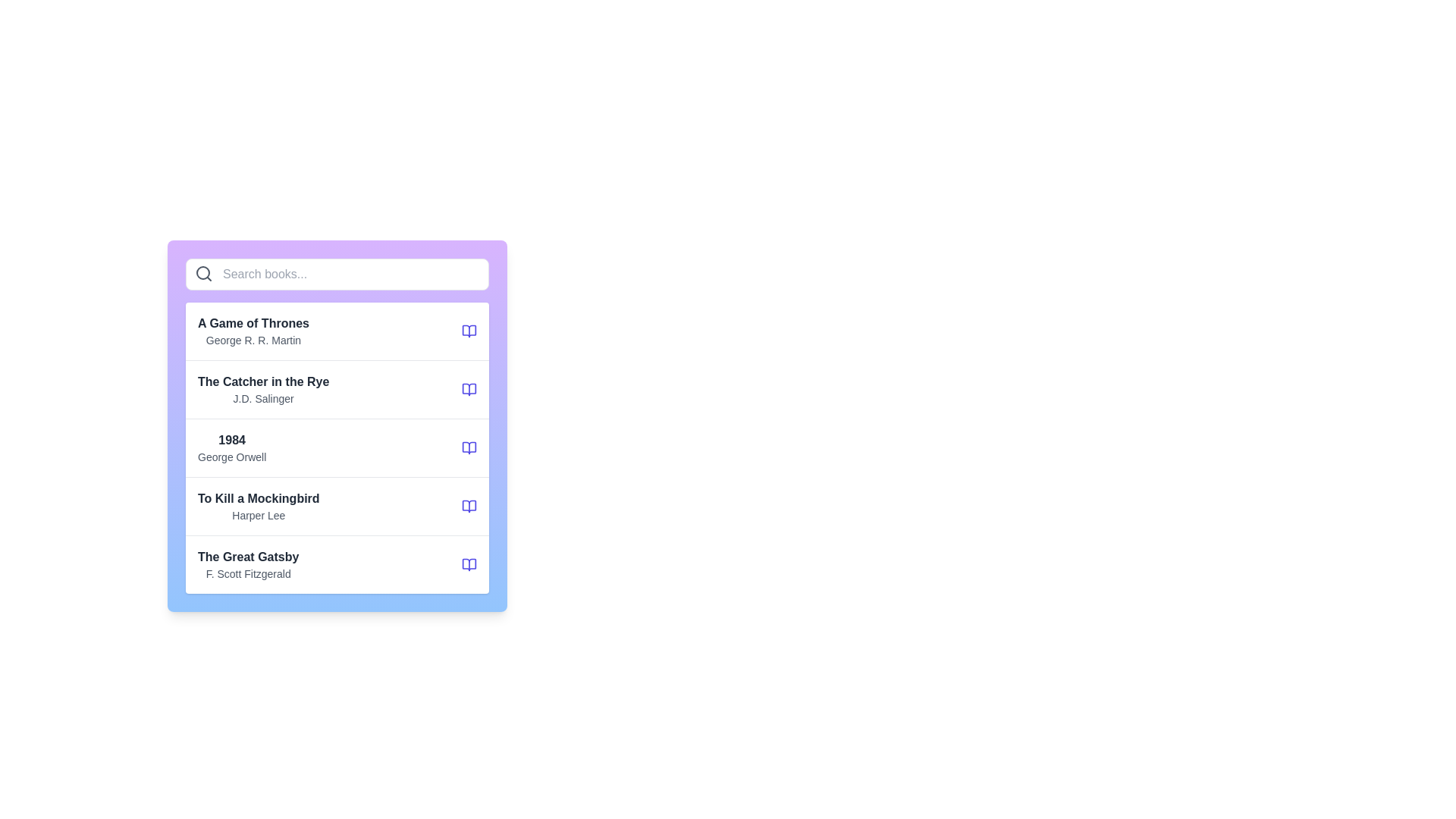 The image size is (1456, 819). What do you see at coordinates (259, 514) in the screenshot?
I see `the label displaying the author name 'Harper Lee,' which is styled in a small light gray font and located directly beneath the title 'To Kill a Mockingbird.'` at bounding box center [259, 514].